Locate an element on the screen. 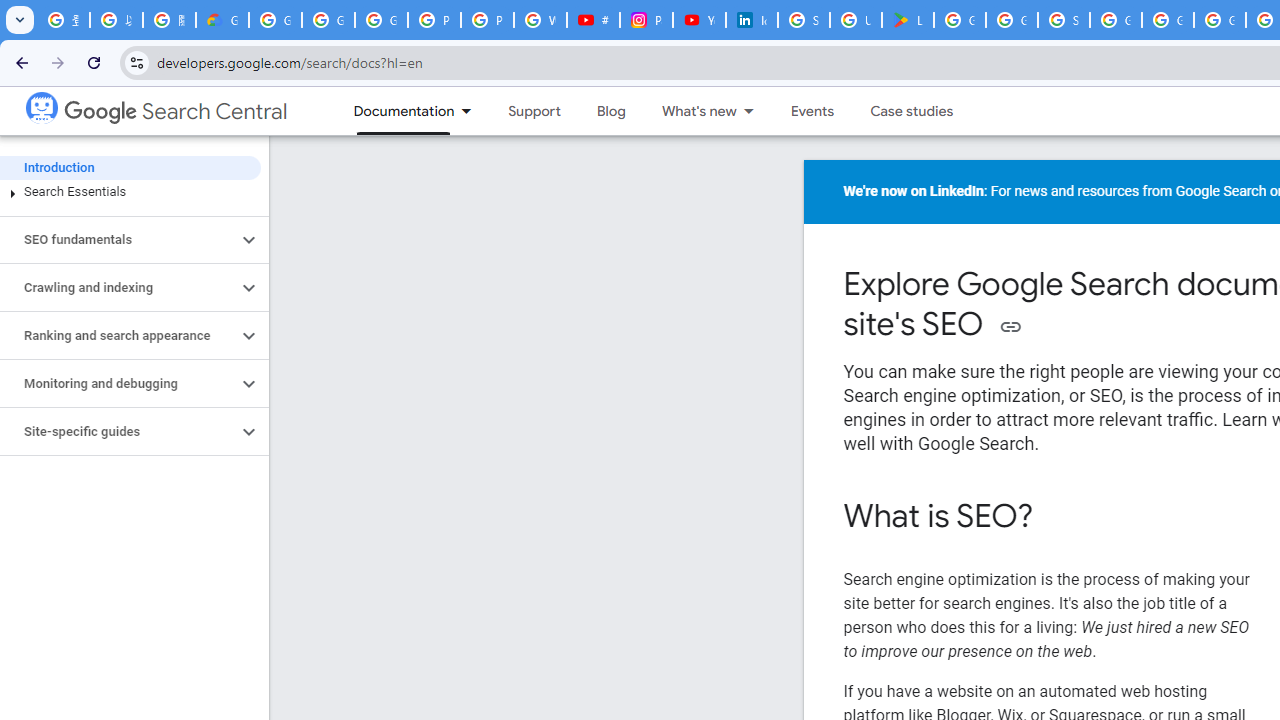 This screenshot has height=720, width=1280. 'What' is located at coordinates (689, 111).